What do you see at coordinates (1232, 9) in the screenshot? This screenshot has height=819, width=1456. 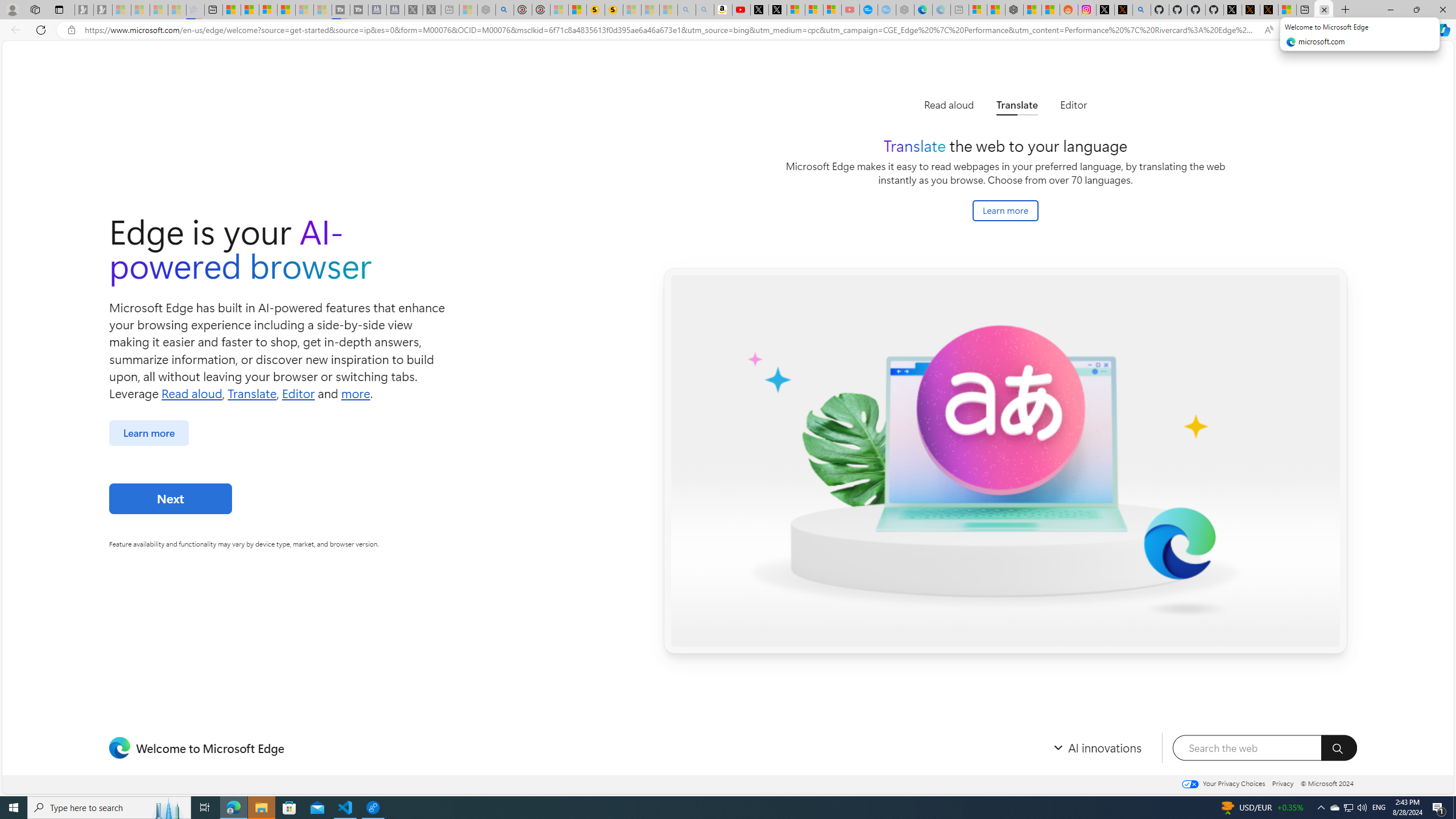 I see `'Profile / X'` at bounding box center [1232, 9].